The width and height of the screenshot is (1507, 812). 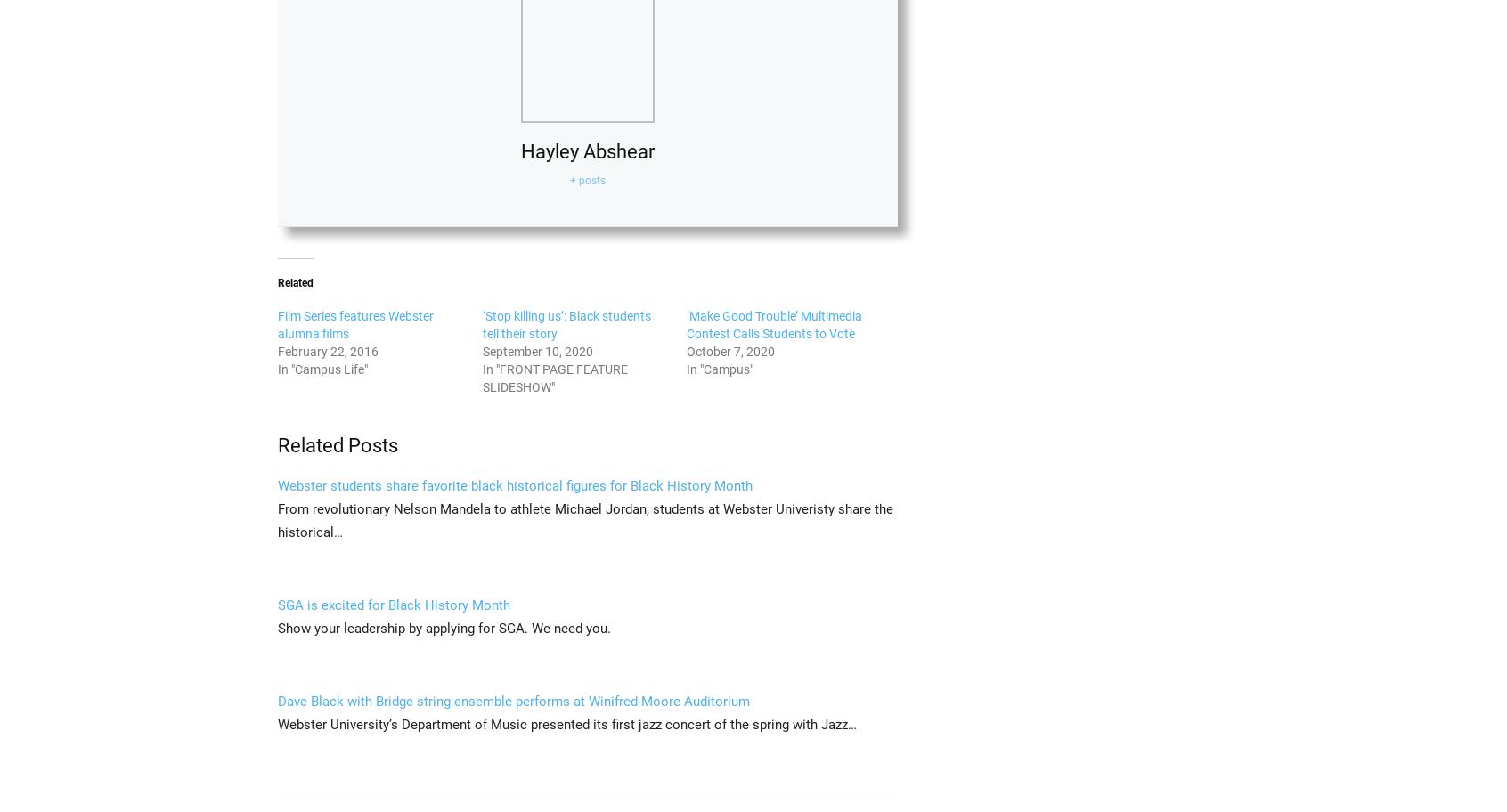 What do you see at coordinates (585, 519) in the screenshot?
I see `'From revolutionary Nelson Mandela to athlete Michael Jordan, students at Webster Univeristy share the historical…'` at bounding box center [585, 519].